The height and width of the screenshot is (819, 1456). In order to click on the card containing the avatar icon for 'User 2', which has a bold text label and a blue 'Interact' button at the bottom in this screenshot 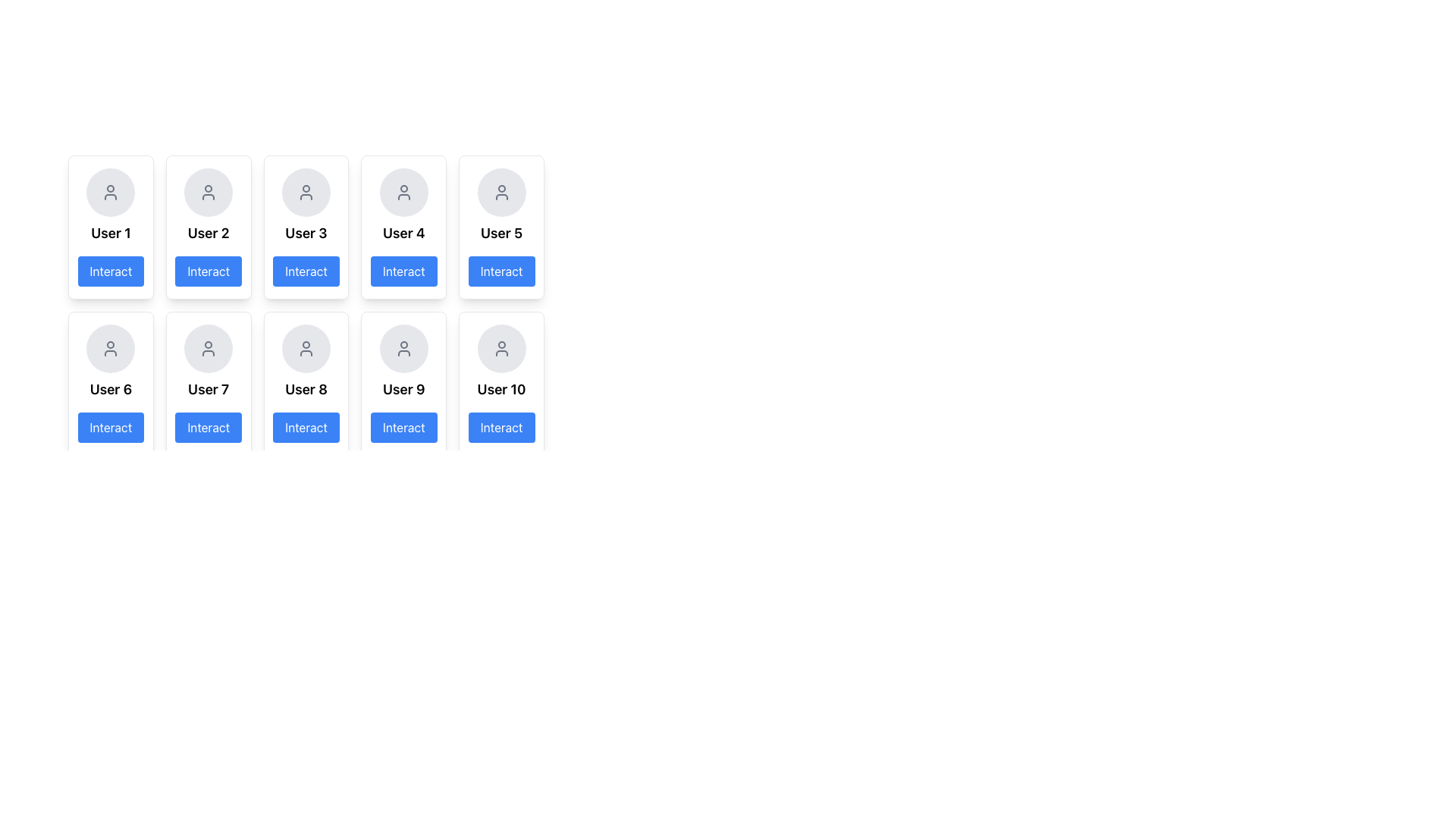, I will do `click(208, 227)`.